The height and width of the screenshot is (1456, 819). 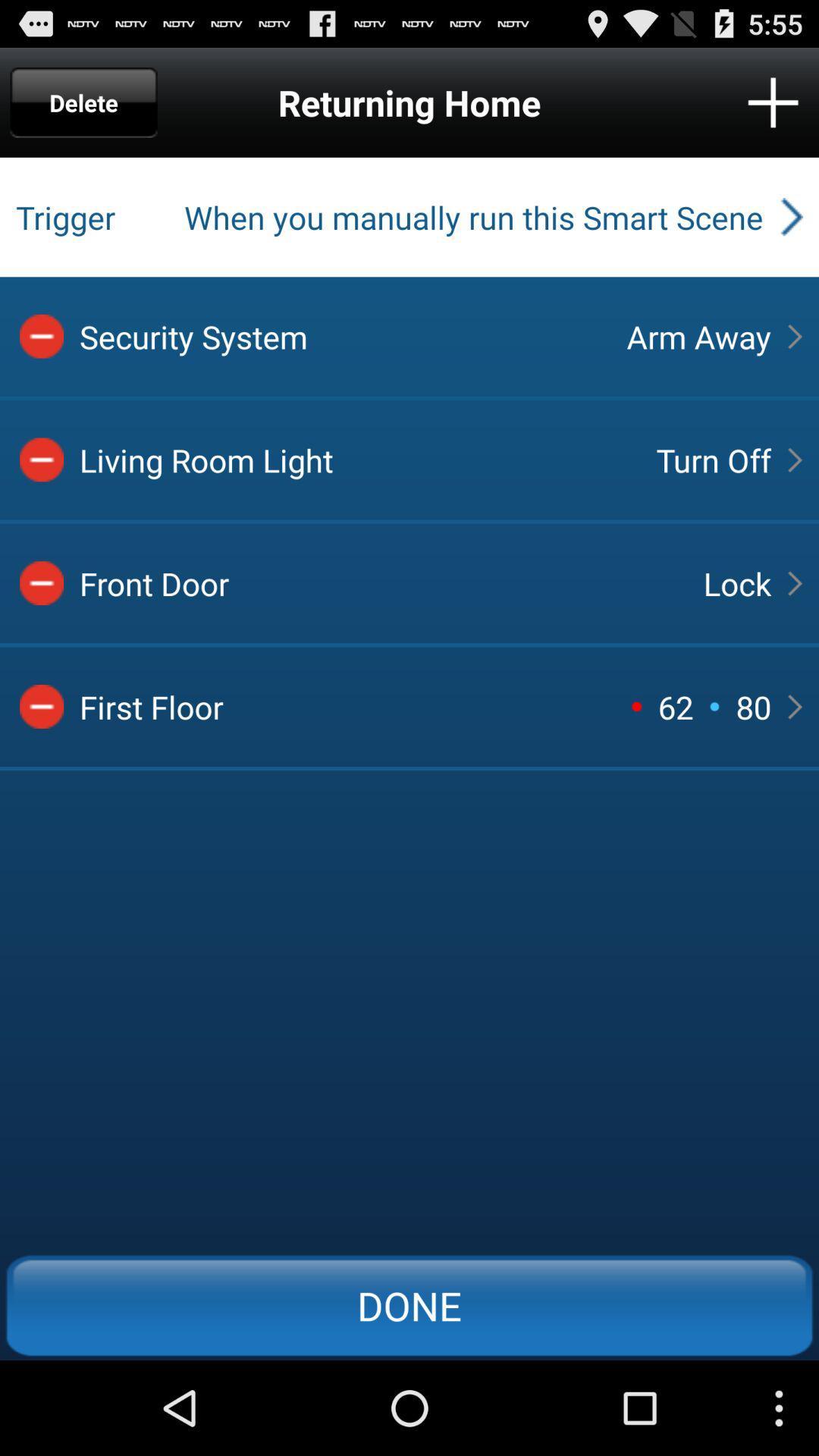 What do you see at coordinates (41, 459) in the screenshot?
I see `select option` at bounding box center [41, 459].